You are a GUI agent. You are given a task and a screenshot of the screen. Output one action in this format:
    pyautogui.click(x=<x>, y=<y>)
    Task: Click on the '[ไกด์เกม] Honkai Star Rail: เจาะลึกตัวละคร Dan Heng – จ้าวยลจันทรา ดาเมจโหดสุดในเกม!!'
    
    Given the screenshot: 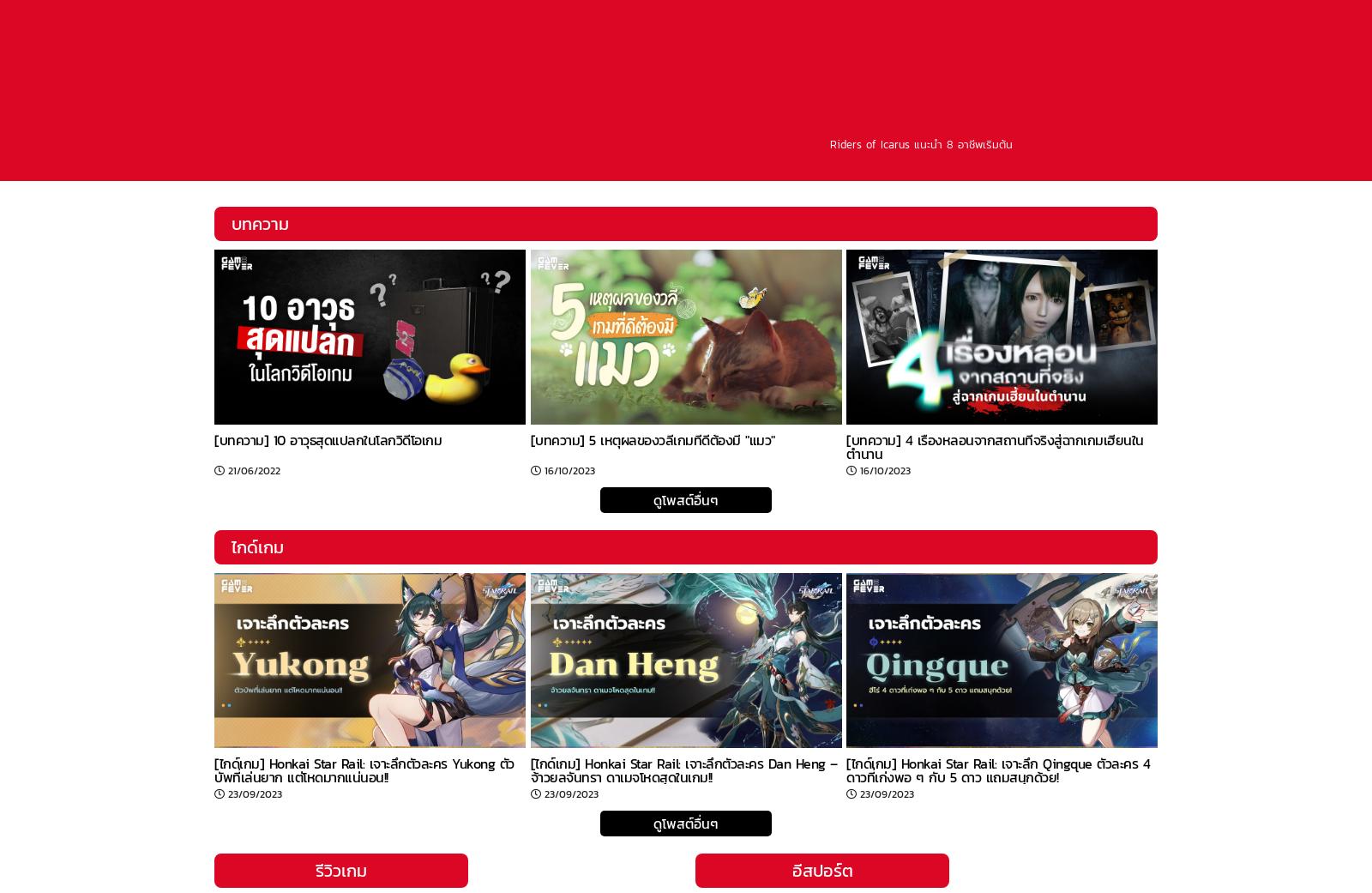 What is the action you would take?
    pyautogui.click(x=683, y=769)
    